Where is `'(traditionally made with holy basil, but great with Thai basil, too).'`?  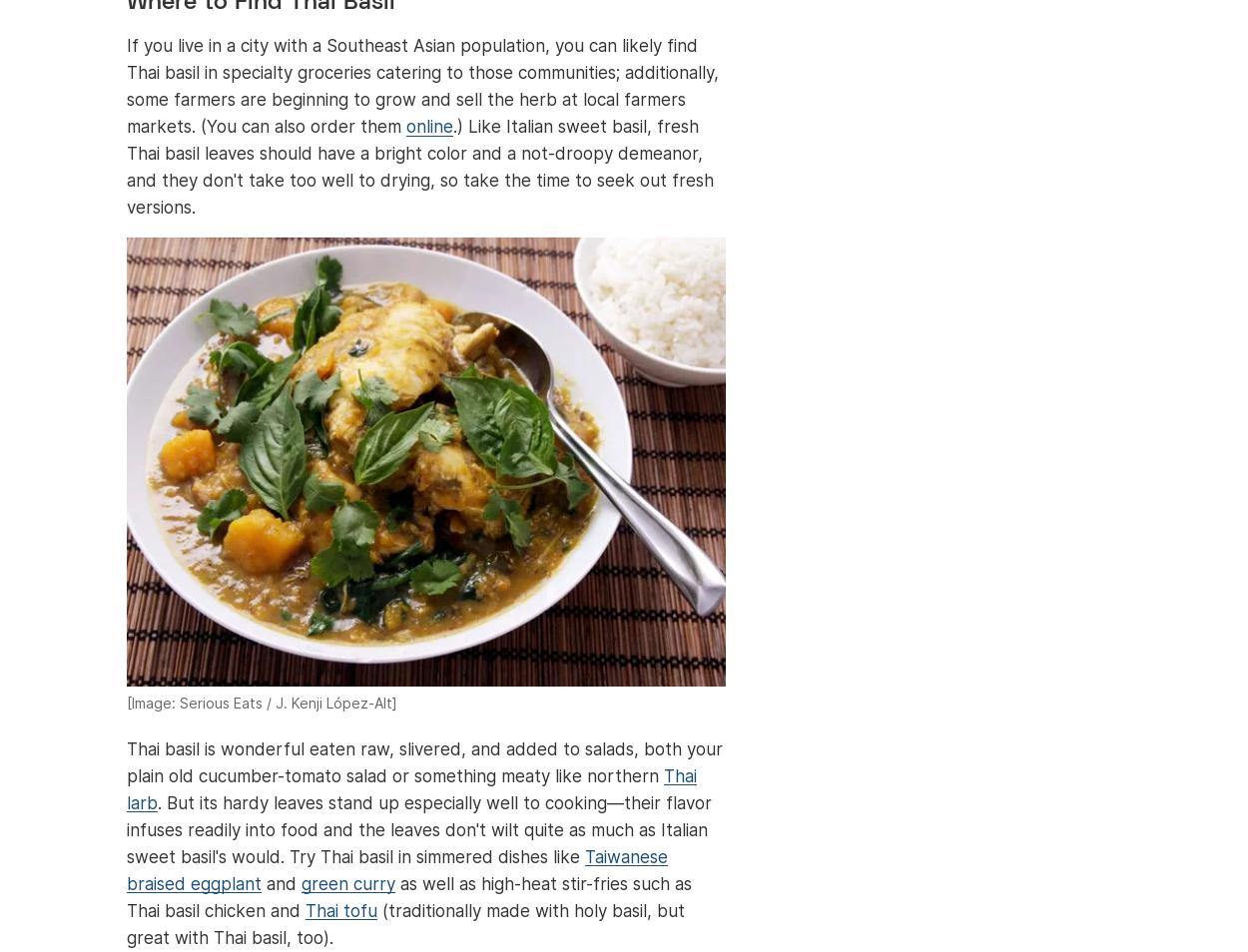
'(traditionally made with holy basil, but great with Thai basil, too).' is located at coordinates (127, 924).